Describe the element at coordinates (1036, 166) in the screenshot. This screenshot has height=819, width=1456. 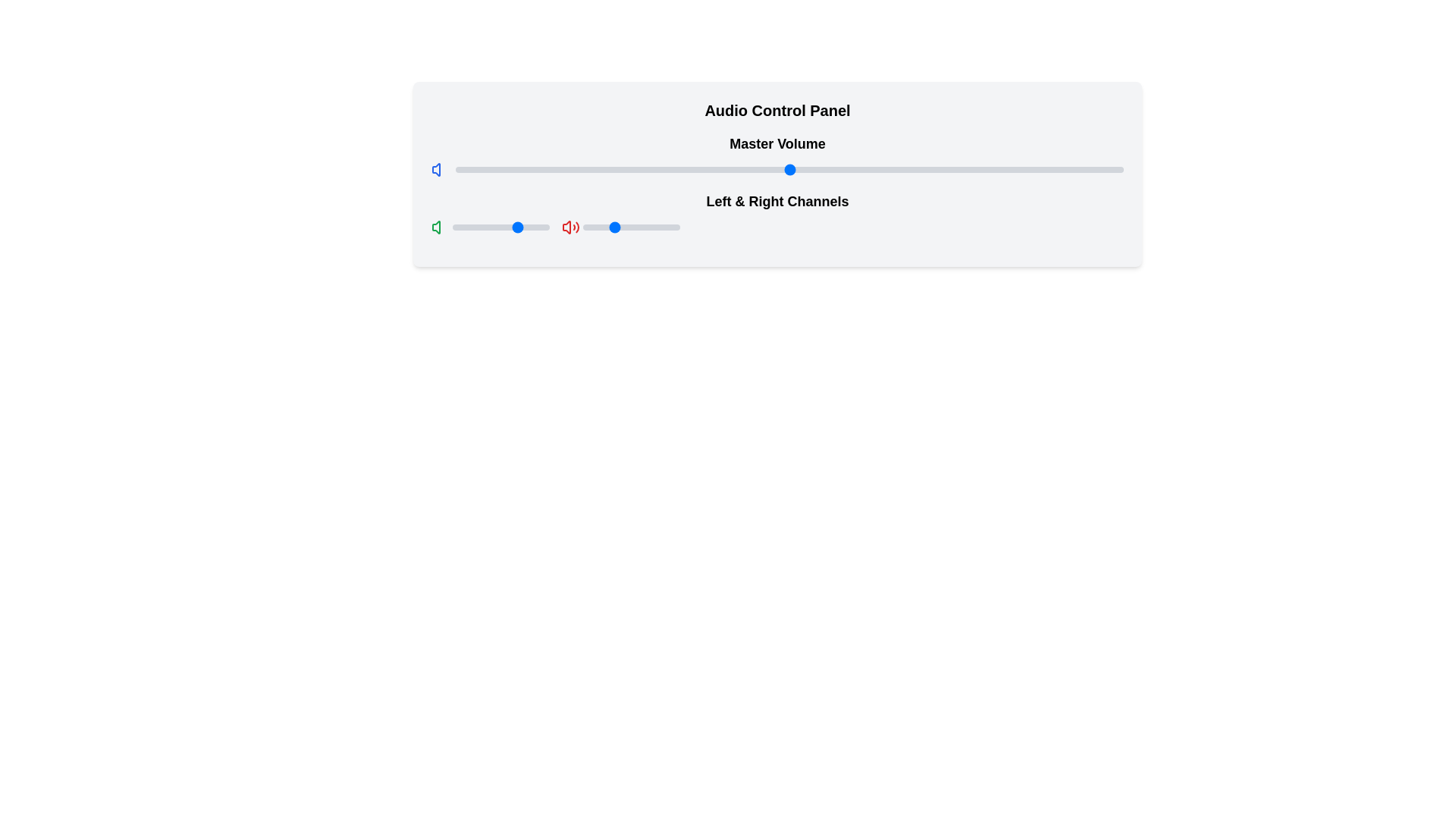
I see `the volume slider` at that location.